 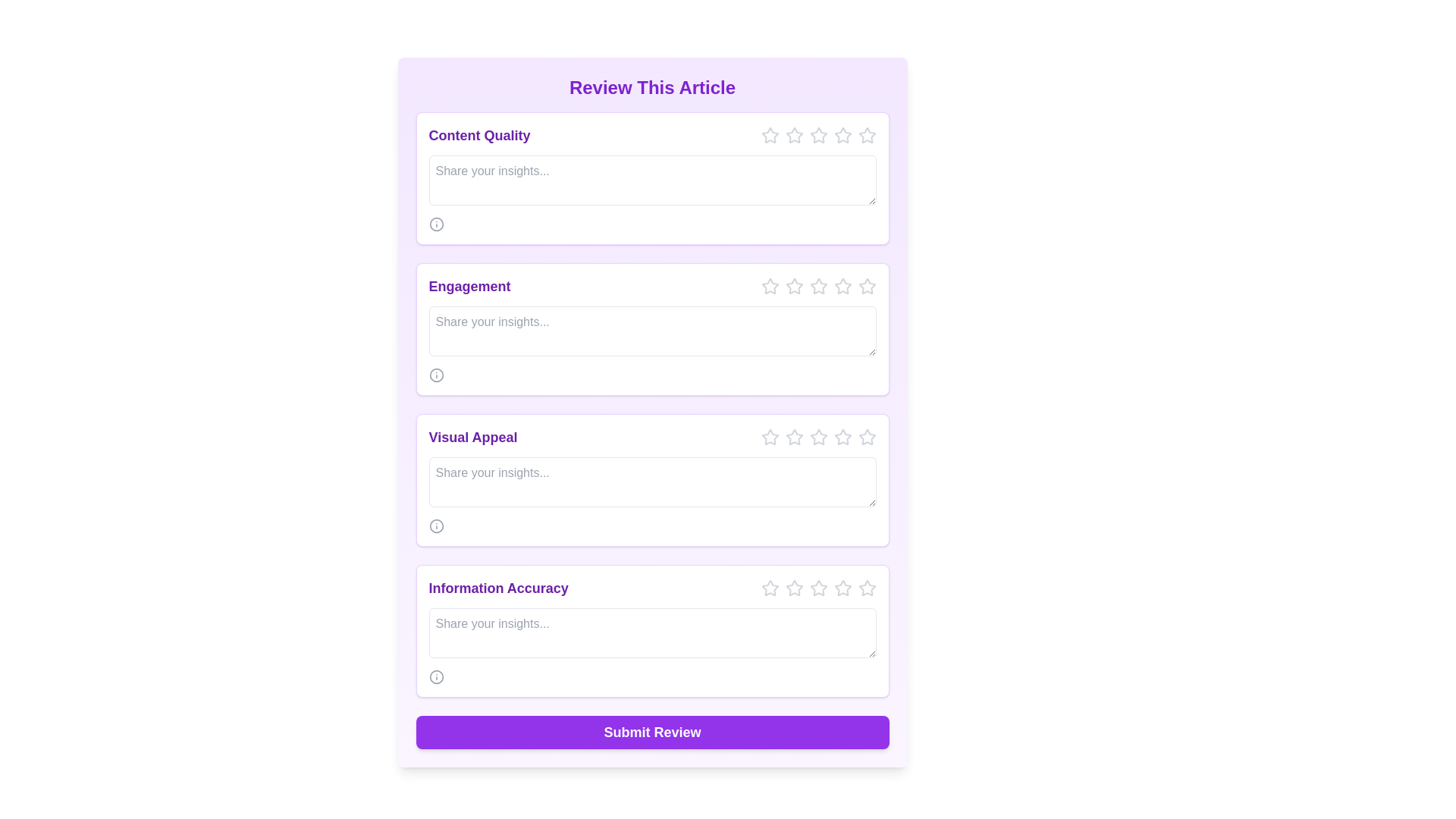 What do you see at coordinates (770, 134) in the screenshot?
I see `the first star icon in the 'Content Quality' section` at bounding box center [770, 134].